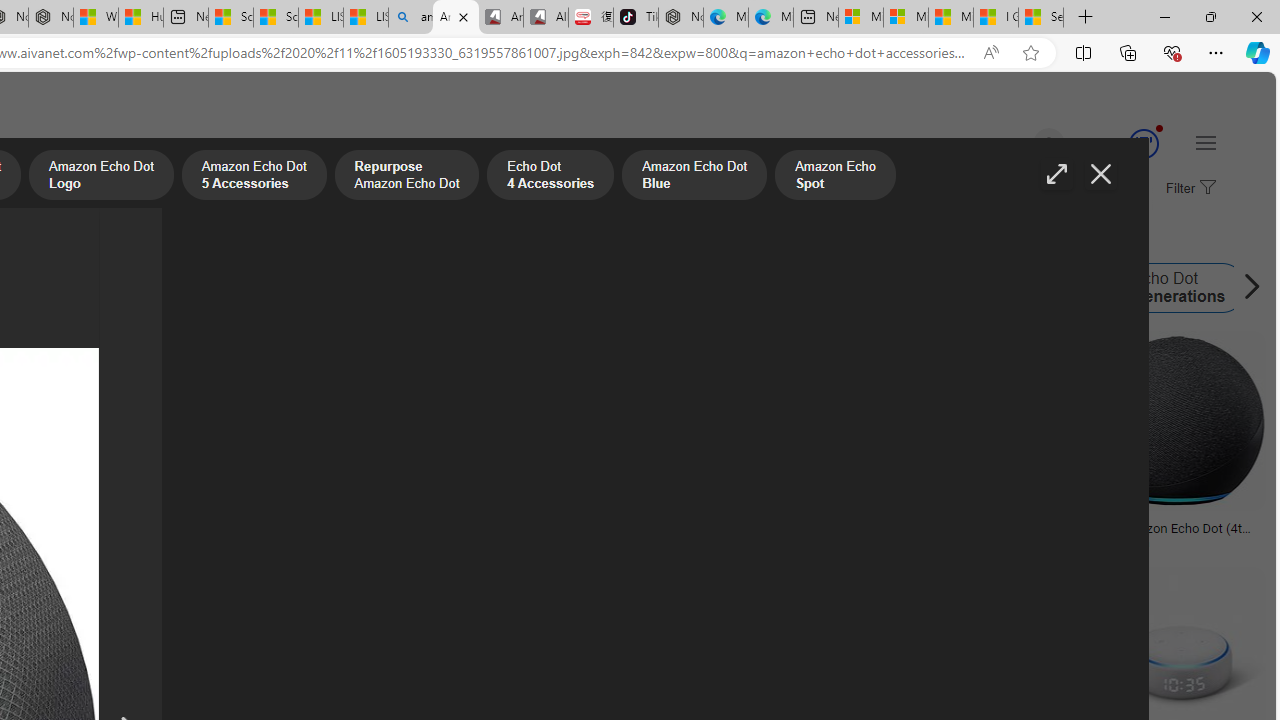 The height and width of the screenshot is (720, 1280). Describe the element at coordinates (1245, 288) in the screenshot. I see `'Scroll right'` at that location.